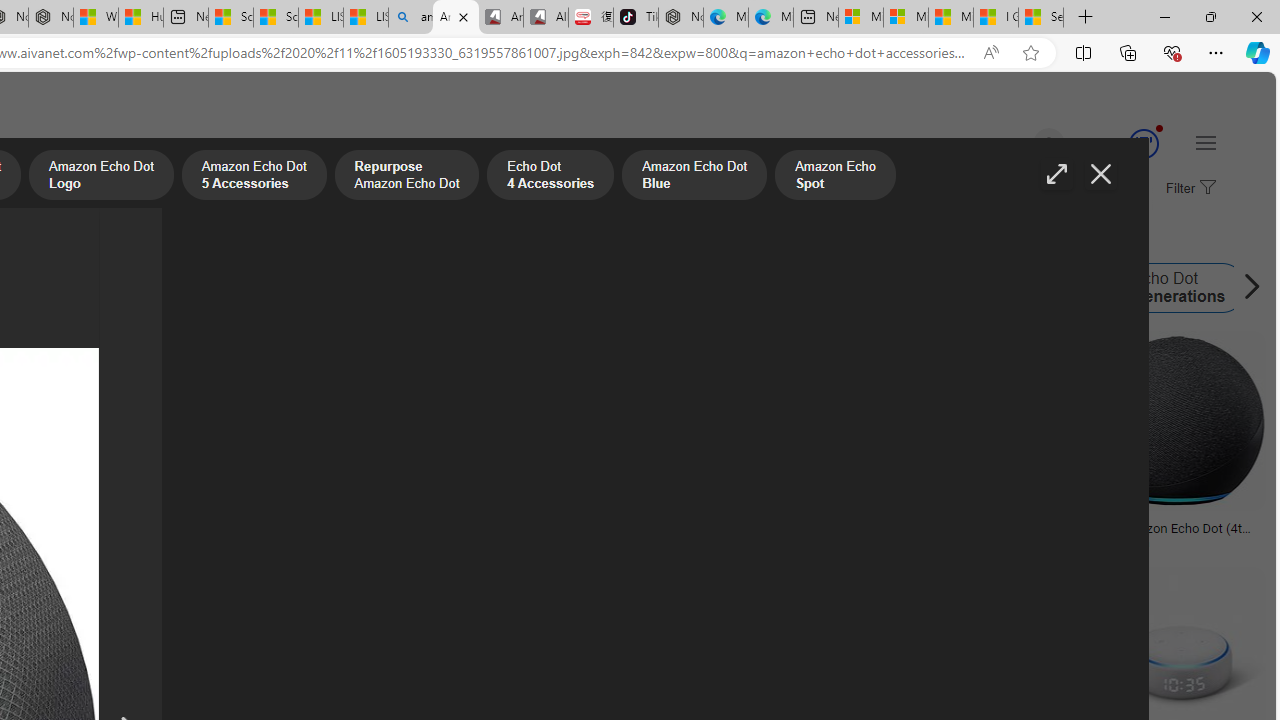 The height and width of the screenshot is (720, 1280). Describe the element at coordinates (1245, 288) in the screenshot. I see `'Scroll right'` at that location.